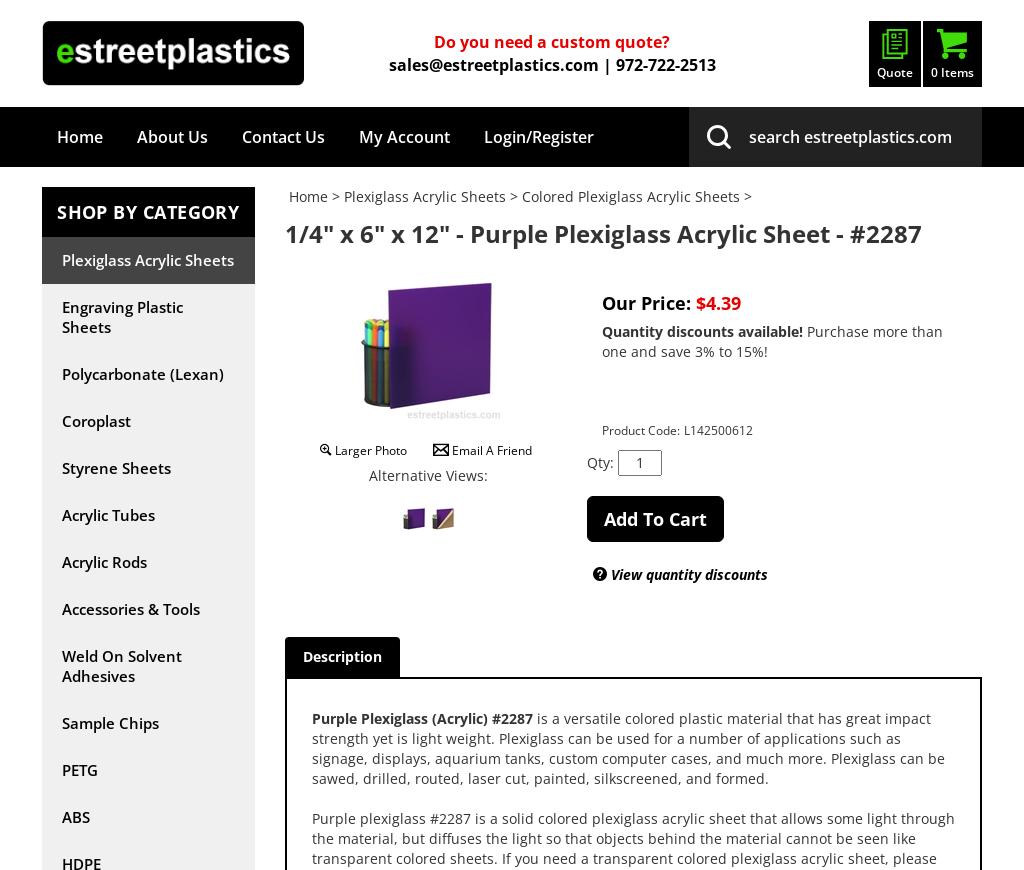 The height and width of the screenshot is (870, 1024). What do you see at coordinates (644, 303) in the screenshot?
I see `'Our Price:'` at bounding box center [644, 303].